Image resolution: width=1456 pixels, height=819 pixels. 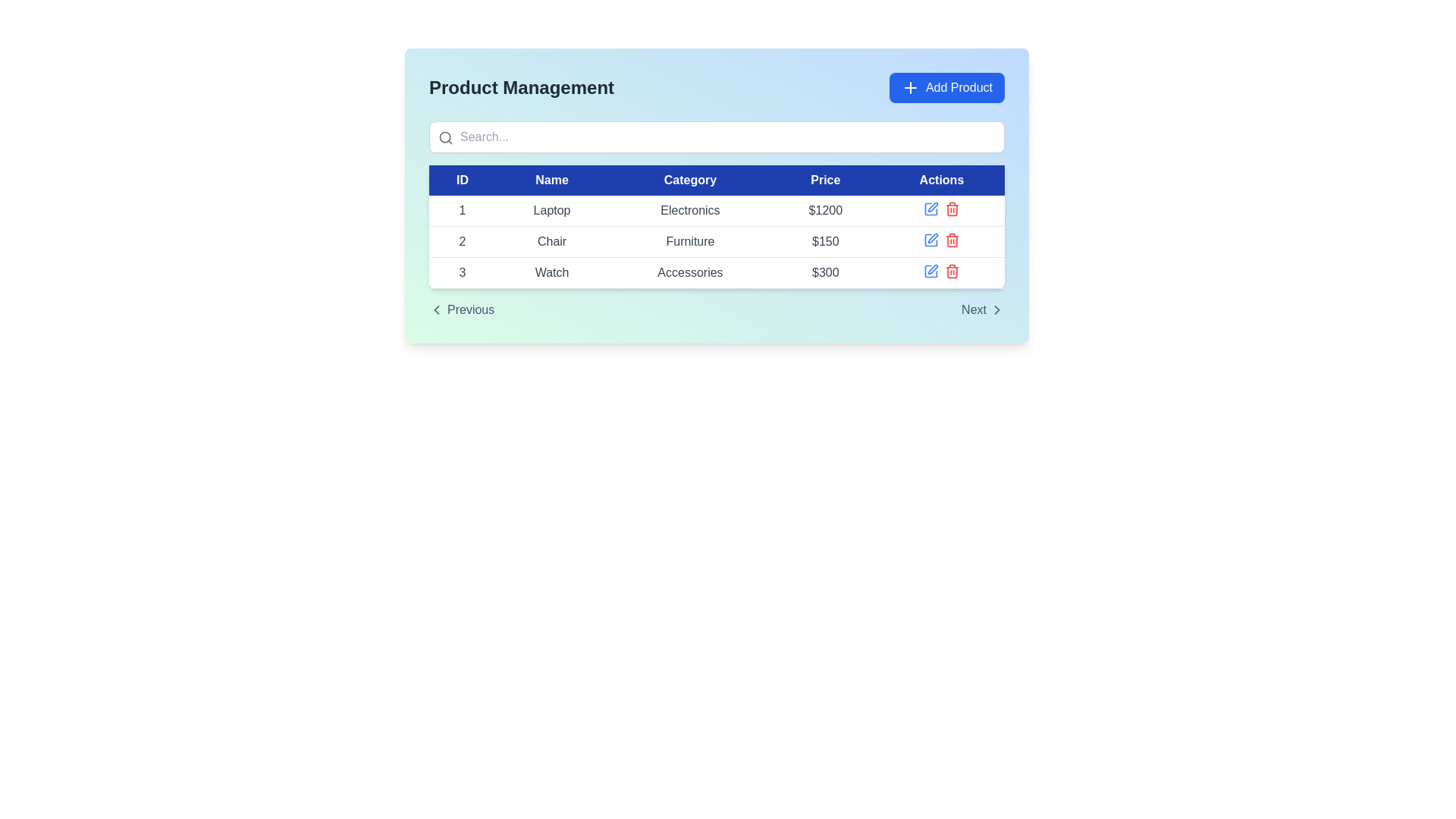 I want to click on the red trash can icon button in the third row of the 'Actions' column, so click(x=951, y=271).